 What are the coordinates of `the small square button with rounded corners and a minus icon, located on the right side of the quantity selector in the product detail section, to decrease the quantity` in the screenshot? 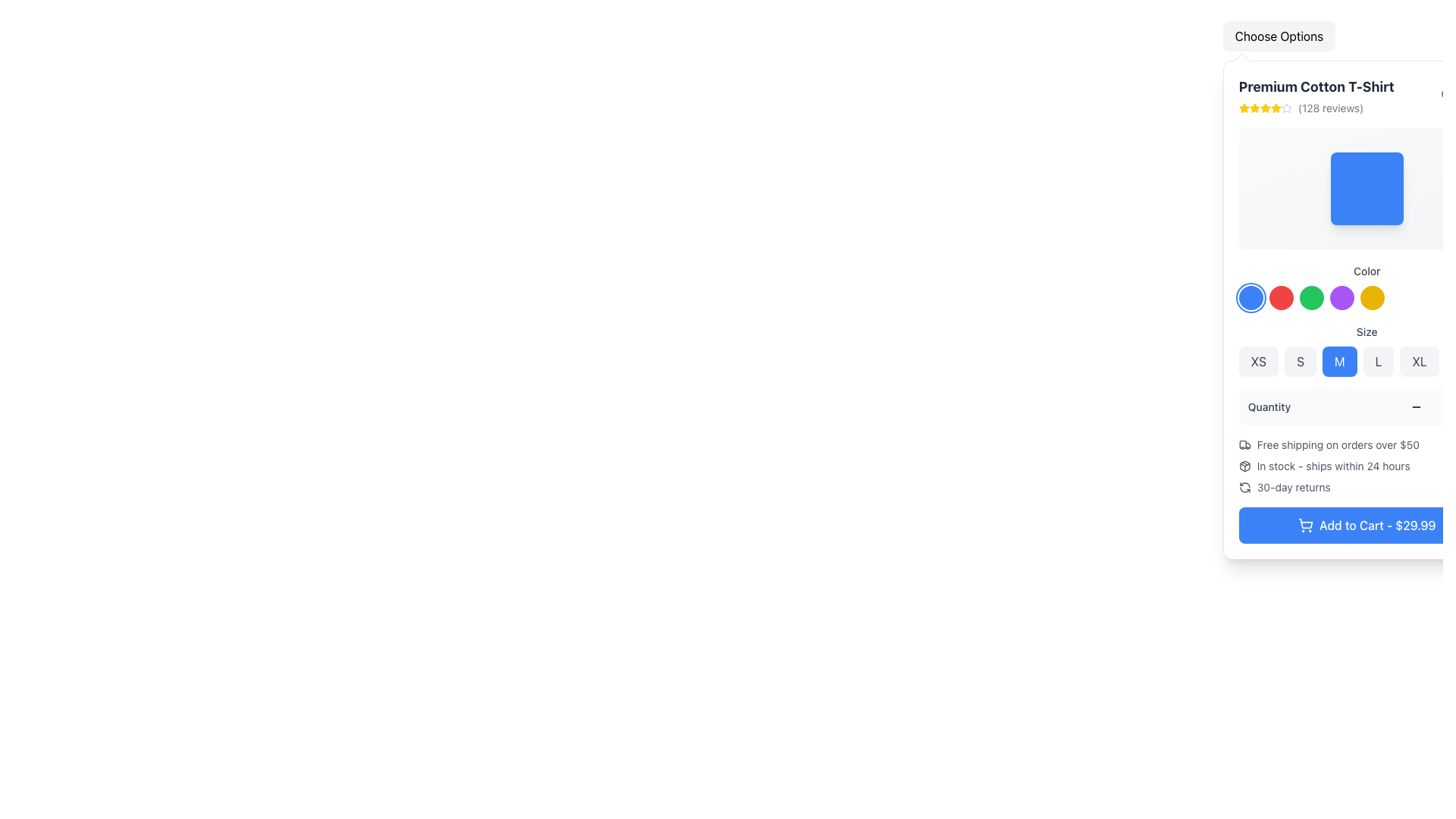 It's located at (1415, 406).